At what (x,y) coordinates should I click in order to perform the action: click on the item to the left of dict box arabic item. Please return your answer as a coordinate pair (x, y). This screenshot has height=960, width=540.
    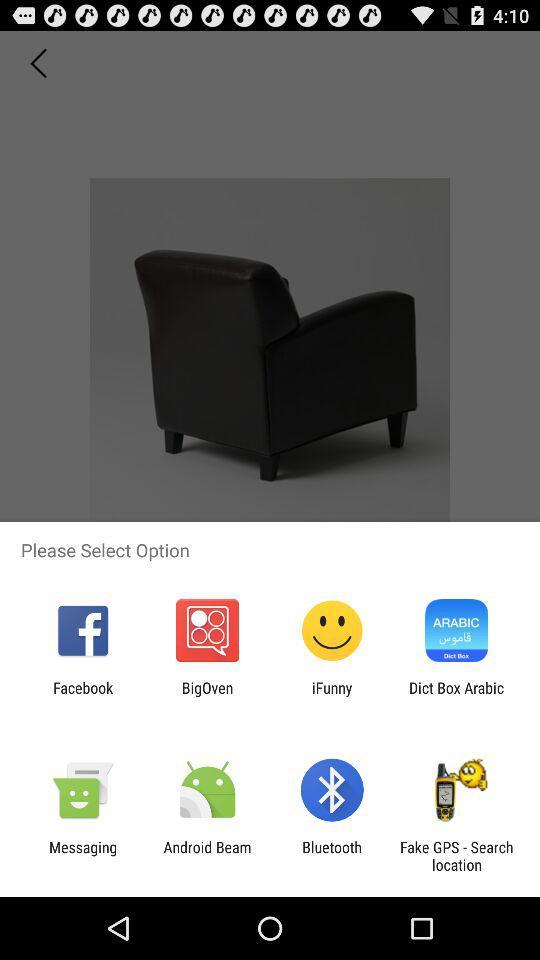
    Looking at the image, I should click on (332, 696).